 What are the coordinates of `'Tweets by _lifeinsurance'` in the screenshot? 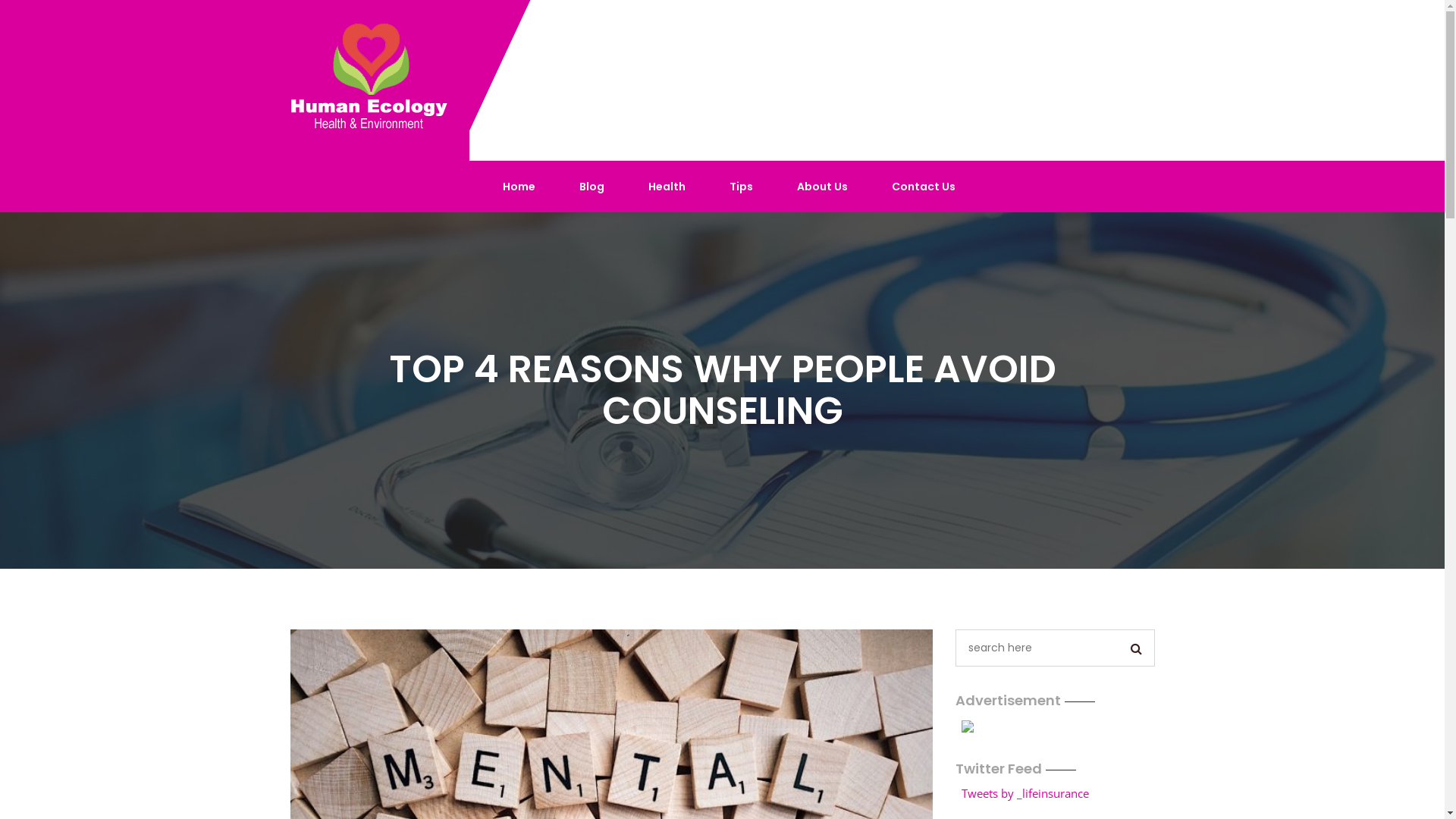 It's located at (1025, 792).